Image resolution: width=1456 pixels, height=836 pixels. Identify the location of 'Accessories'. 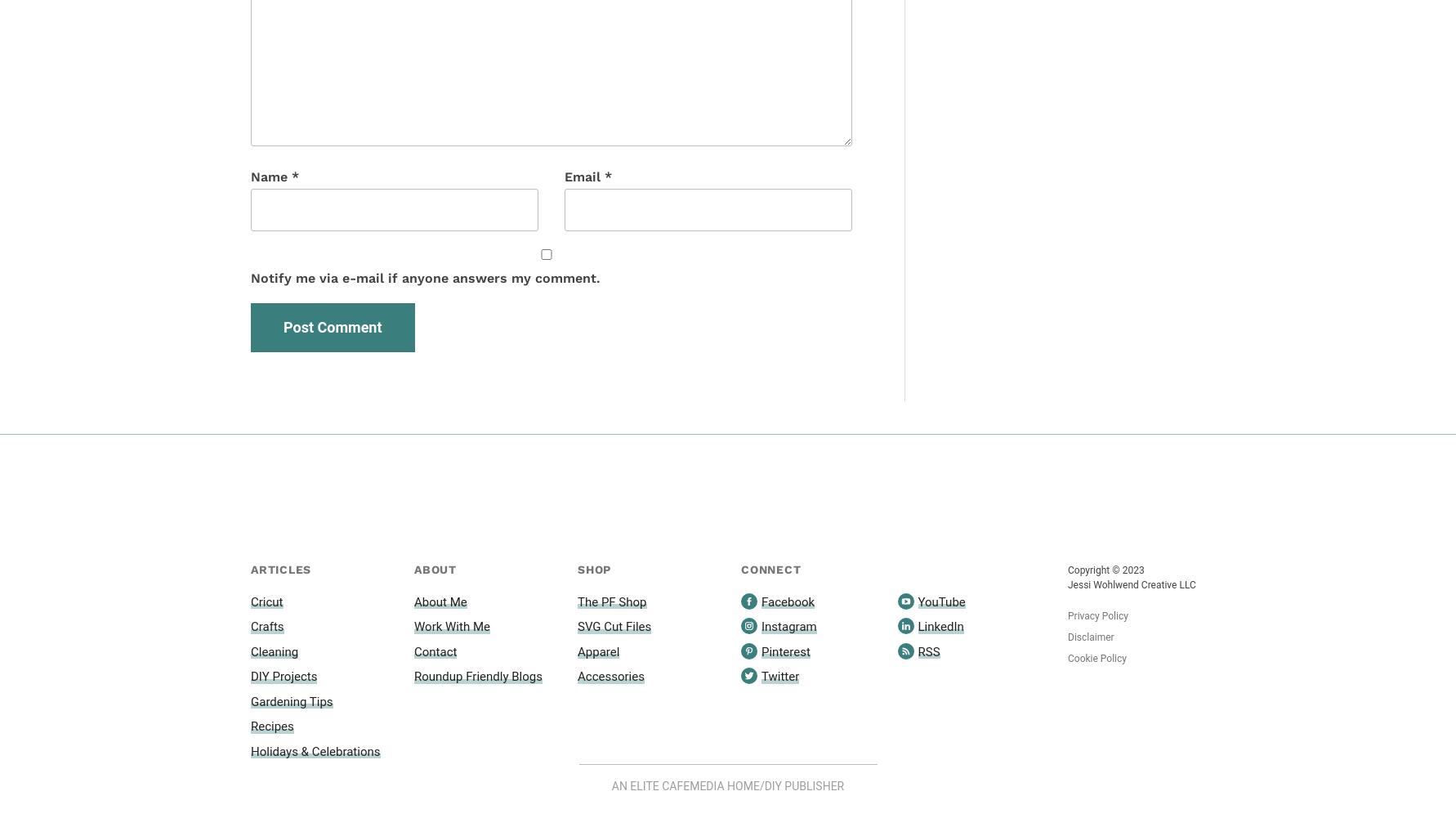
(610, 676).